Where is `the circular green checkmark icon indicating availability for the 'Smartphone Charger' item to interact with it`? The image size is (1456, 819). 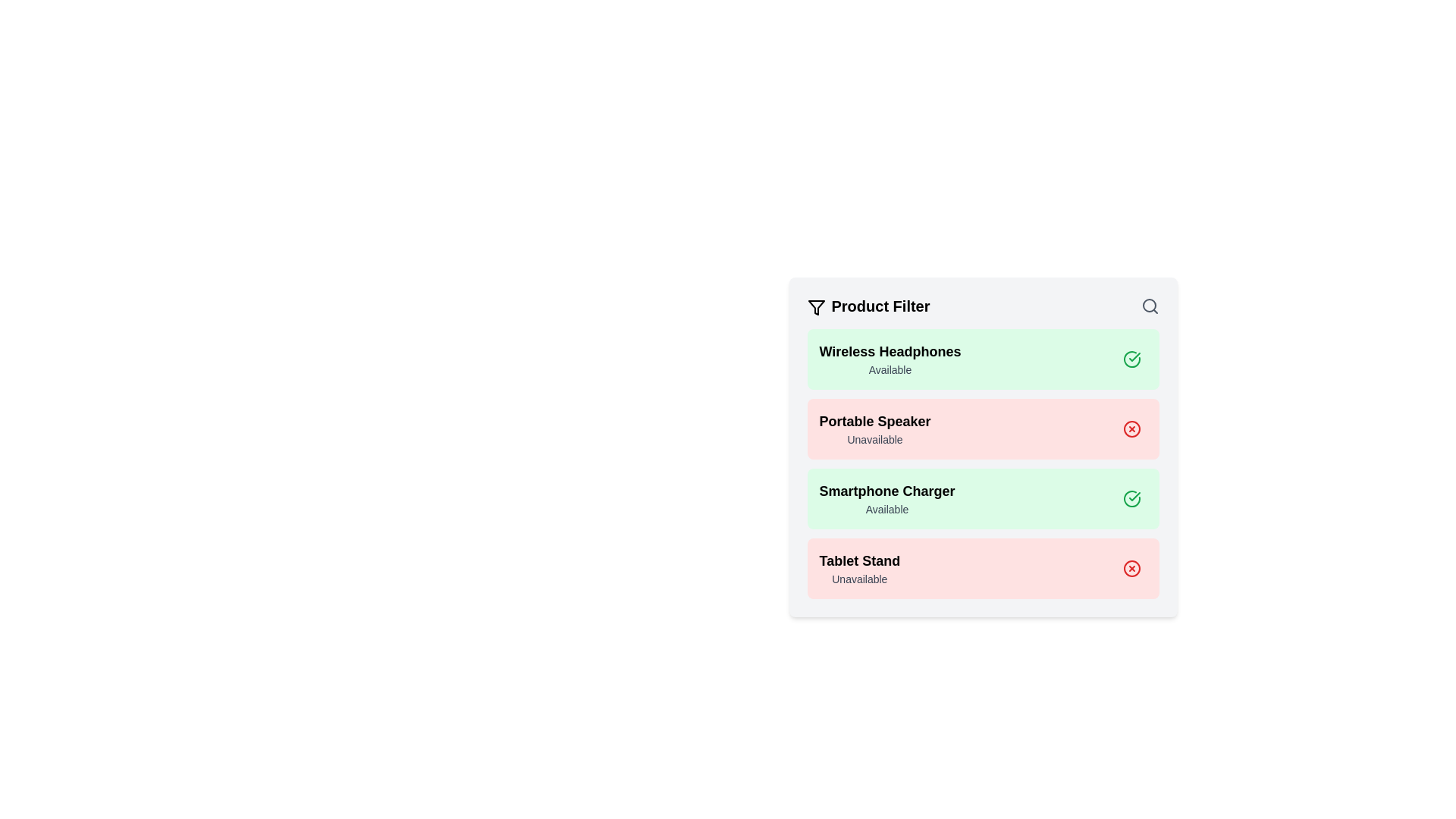 the circular green checkmark icon indicating availability for the 'Smartphone Charger' item to interact with it is located at coordinates (1131, 499).